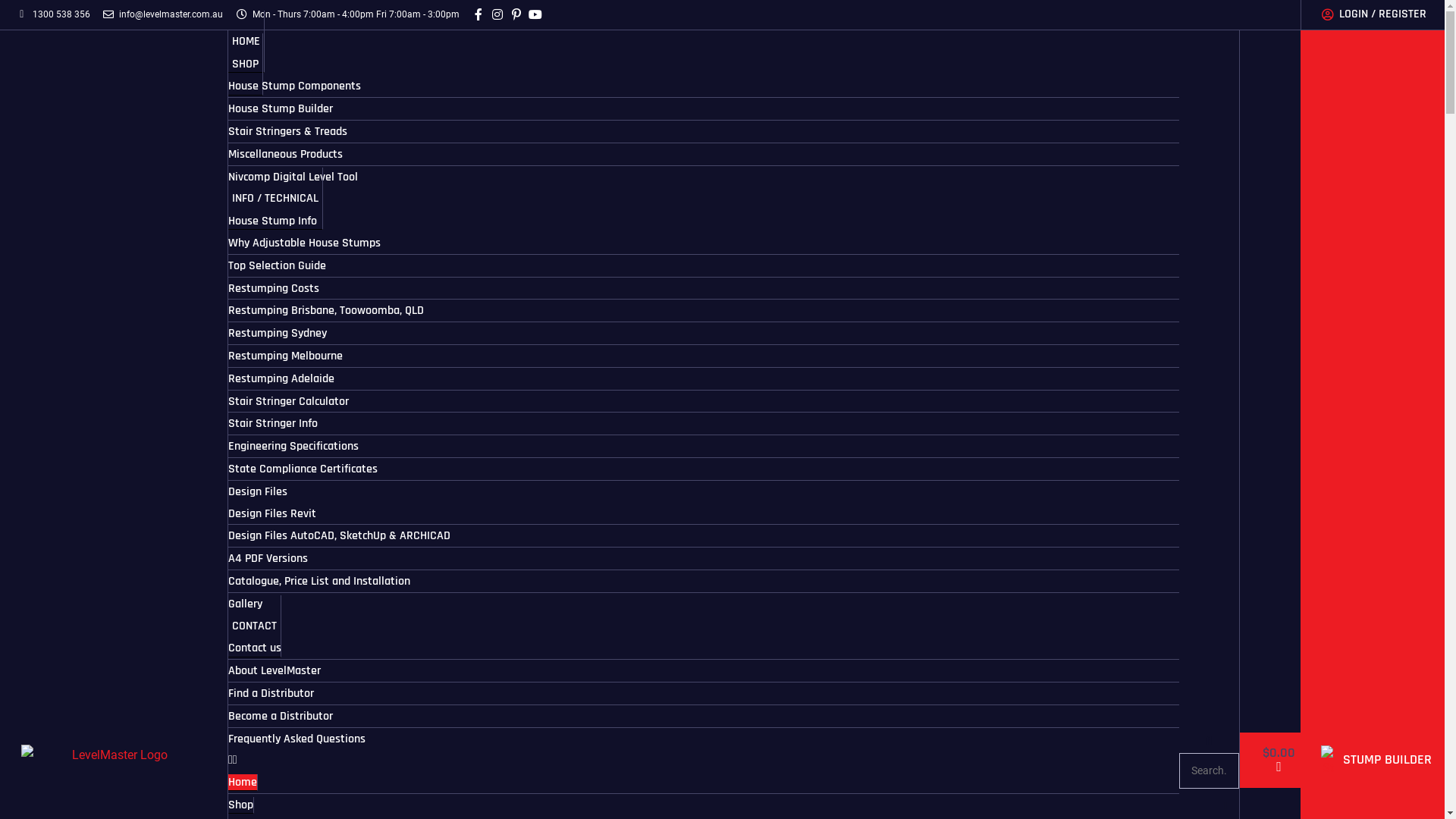 The height and width of the screenshot is (819, 1456). I want to click on 'Contact us', so click(255, 648).